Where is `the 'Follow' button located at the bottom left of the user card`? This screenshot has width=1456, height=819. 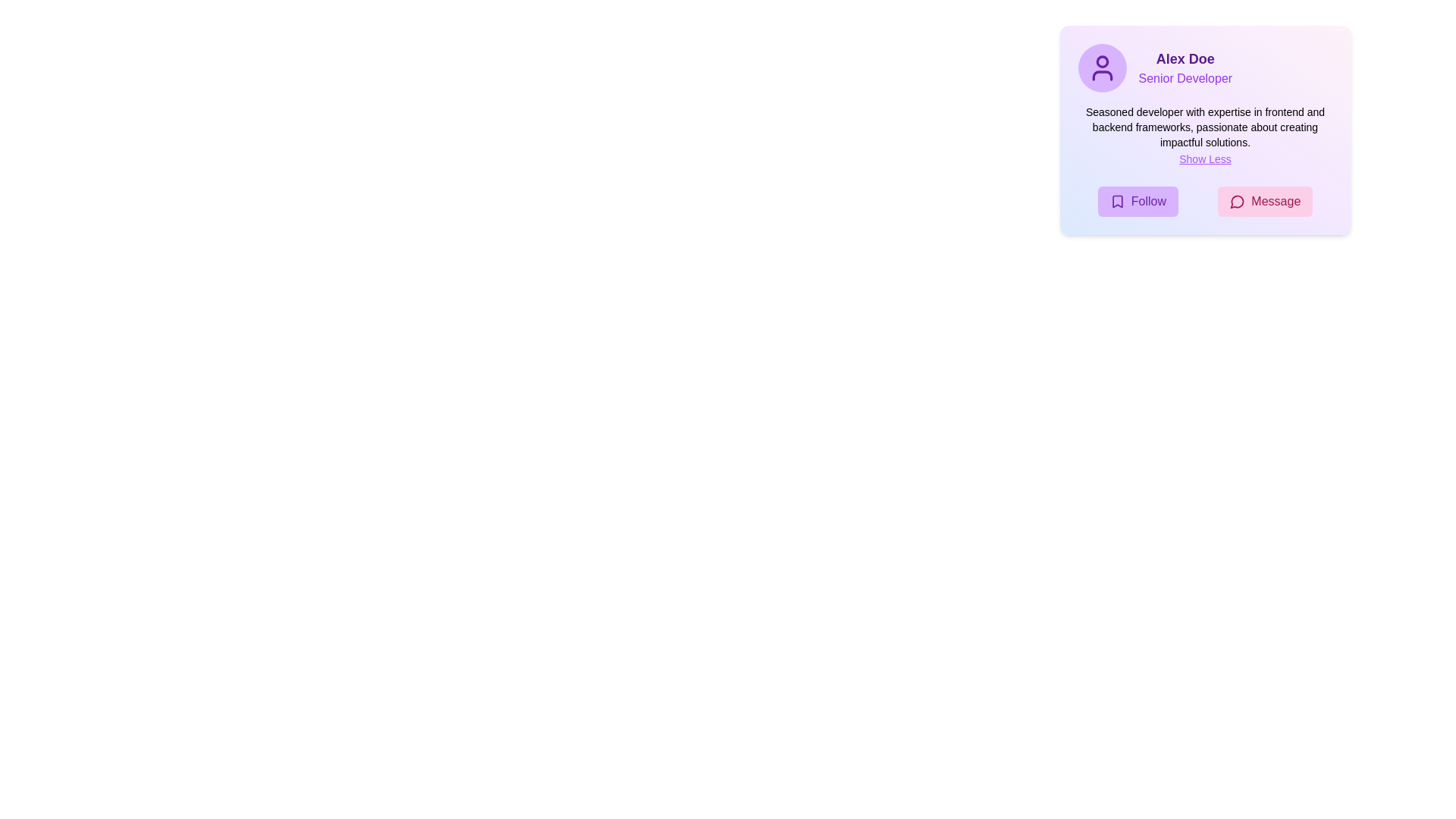
the 'Follow' button located at the bottom left of the user card is located at coordinates (1137, 201).